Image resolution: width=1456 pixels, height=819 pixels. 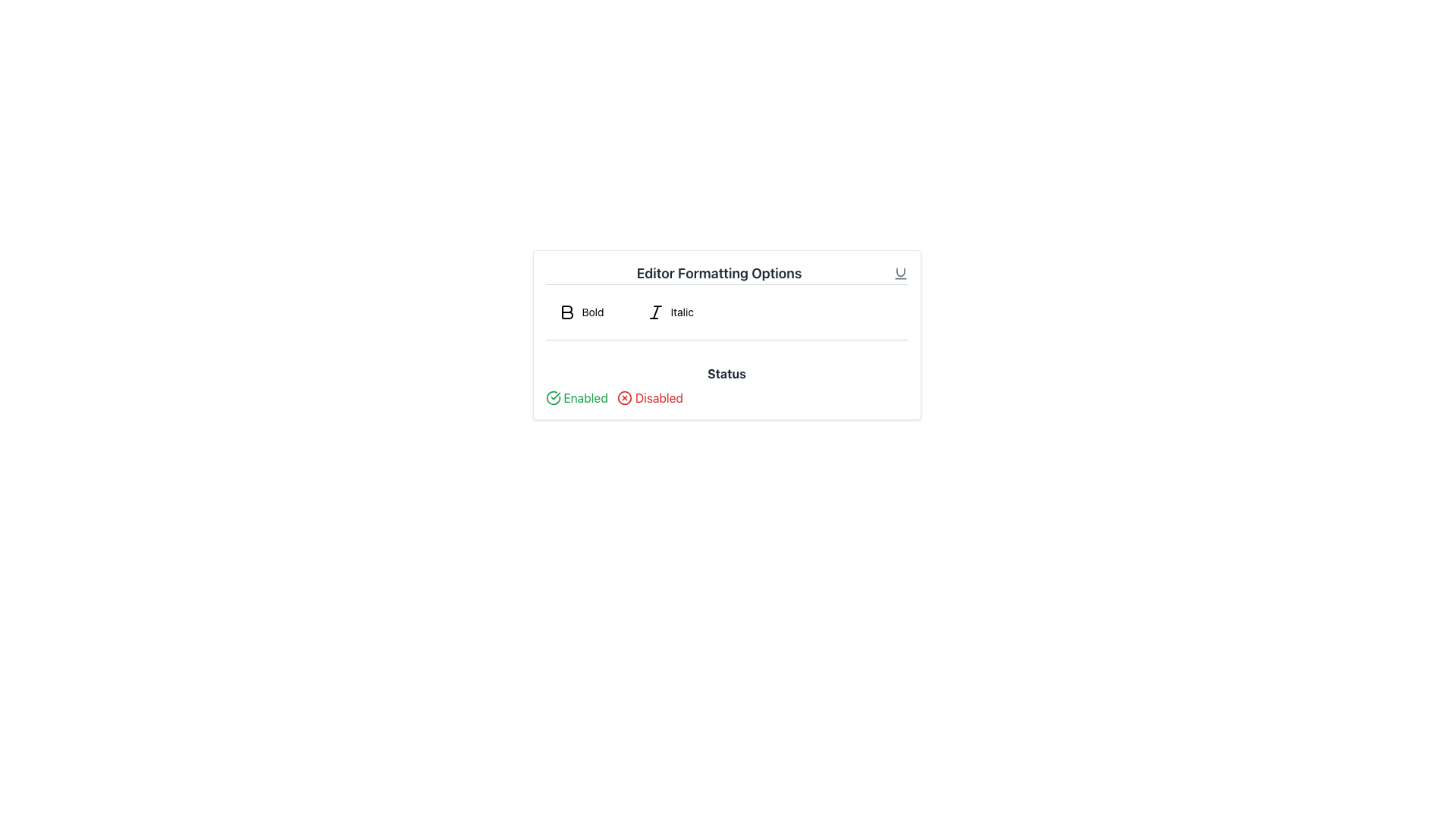 What do you see at coordinates (655, 312) in the screenshot?
I see `the italicized 'I' icon within the 'Italic' button group in the 'Editor Formatting Options' menu, located to the right of the 'Bold' button` at bounding box center [655, 312].